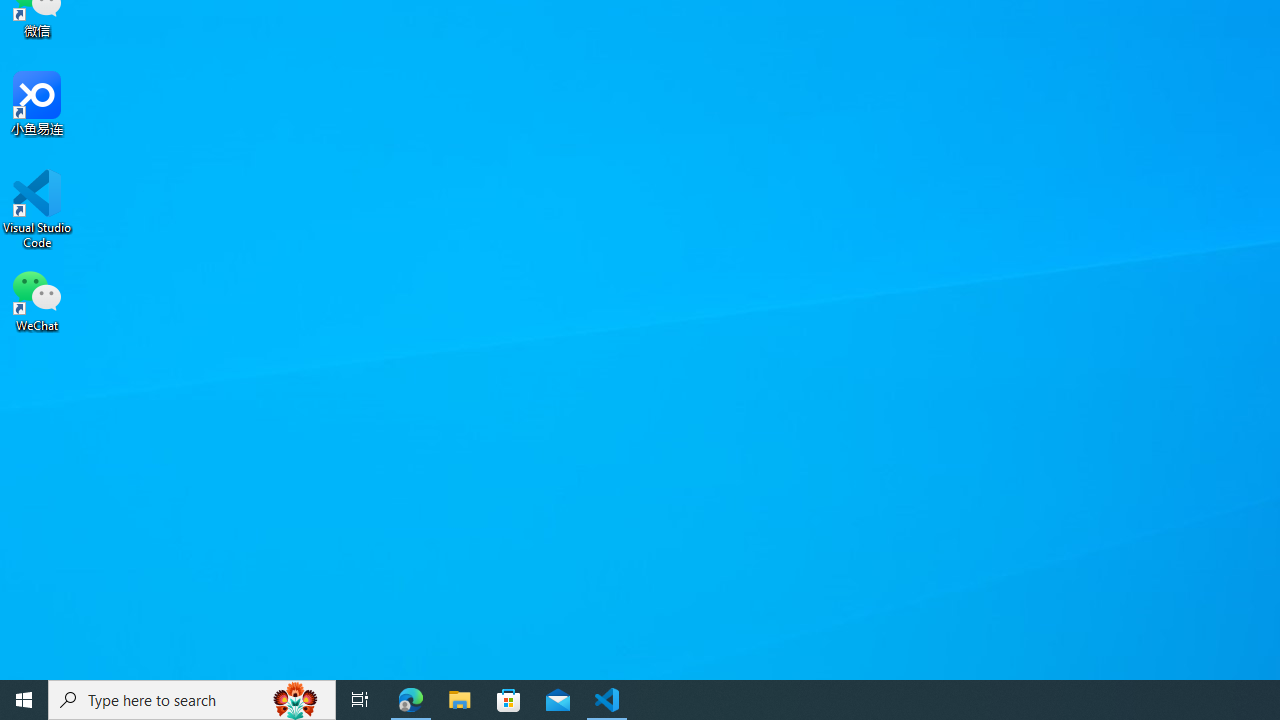 The height and width of the screenshot is (720, 1280). Describe the element at coordinates (294, 698) in the screenshot. I see `'Search highlights icon opens search home window'` at that location.